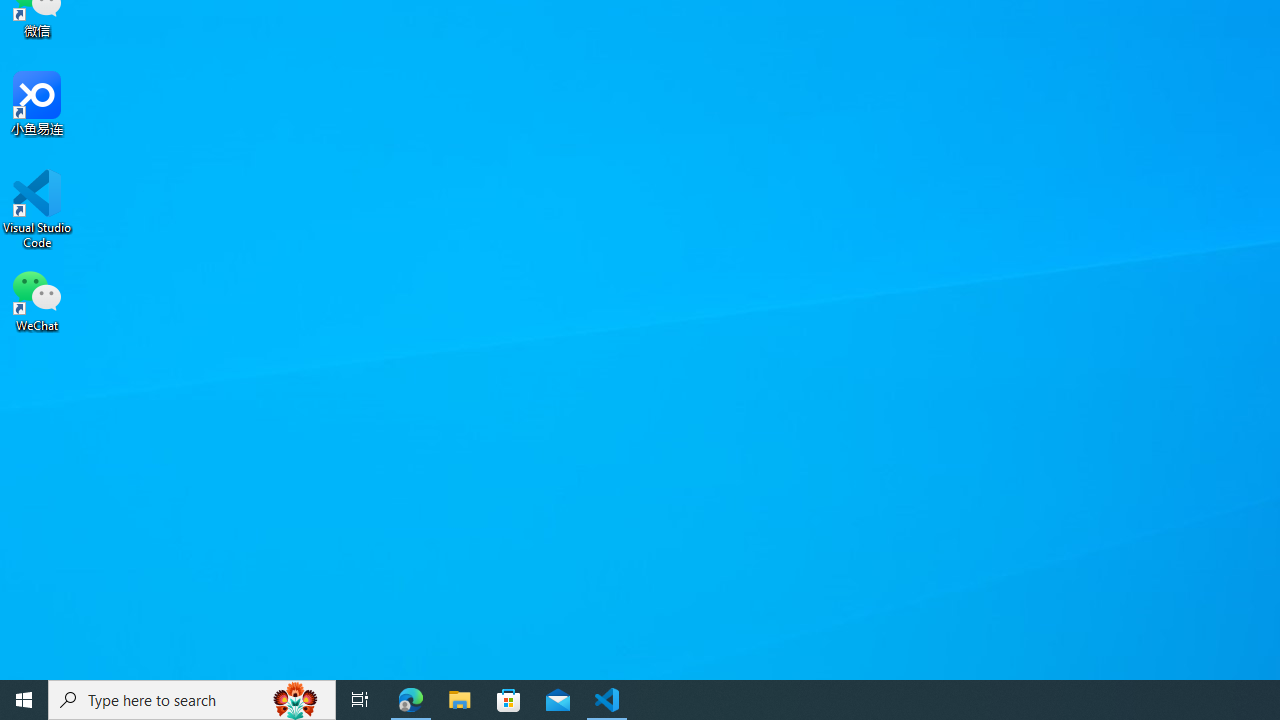 The height and width of the screenshot is (720, 1280). Describe the element at coordinates (294, 698) in the screenshot. I see `'Search highlights icon opens search home window'` at that location.